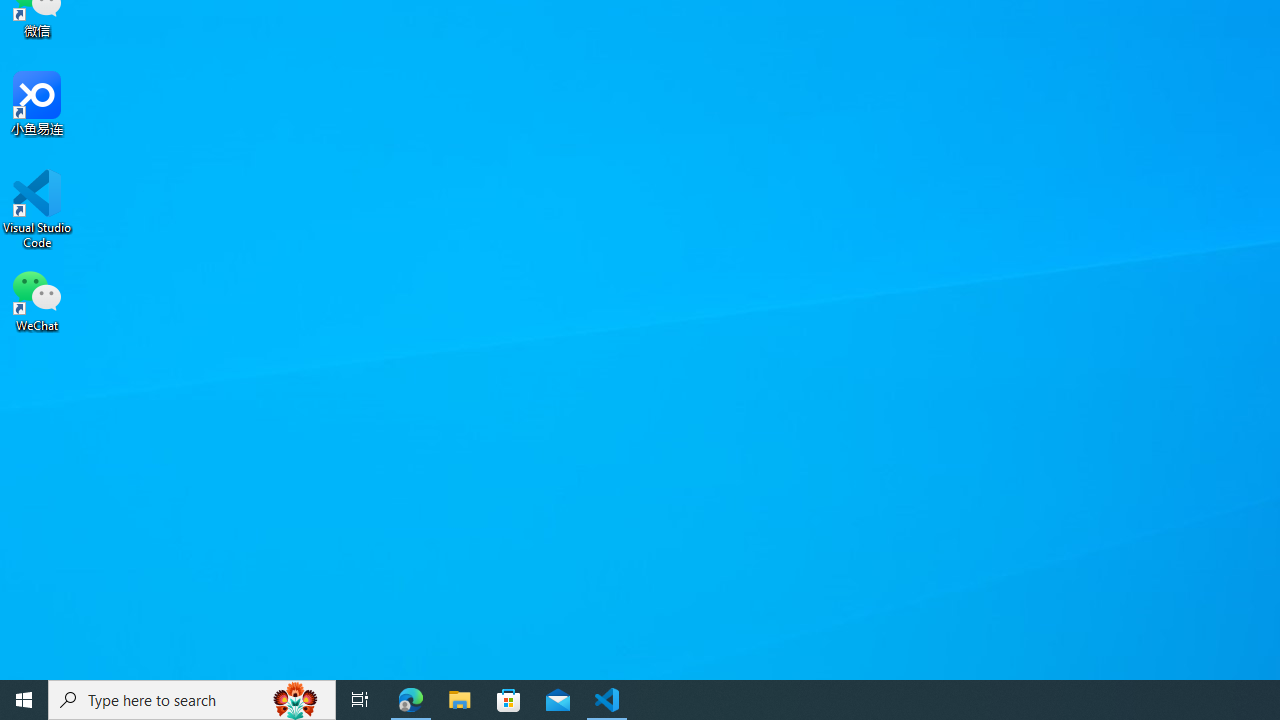 The height and width of the screenshot is (720, 1280). Describe the element at coordinates (294, 698) in the screenshot. I see `'Search highlights icon opens search home window'` at that location.